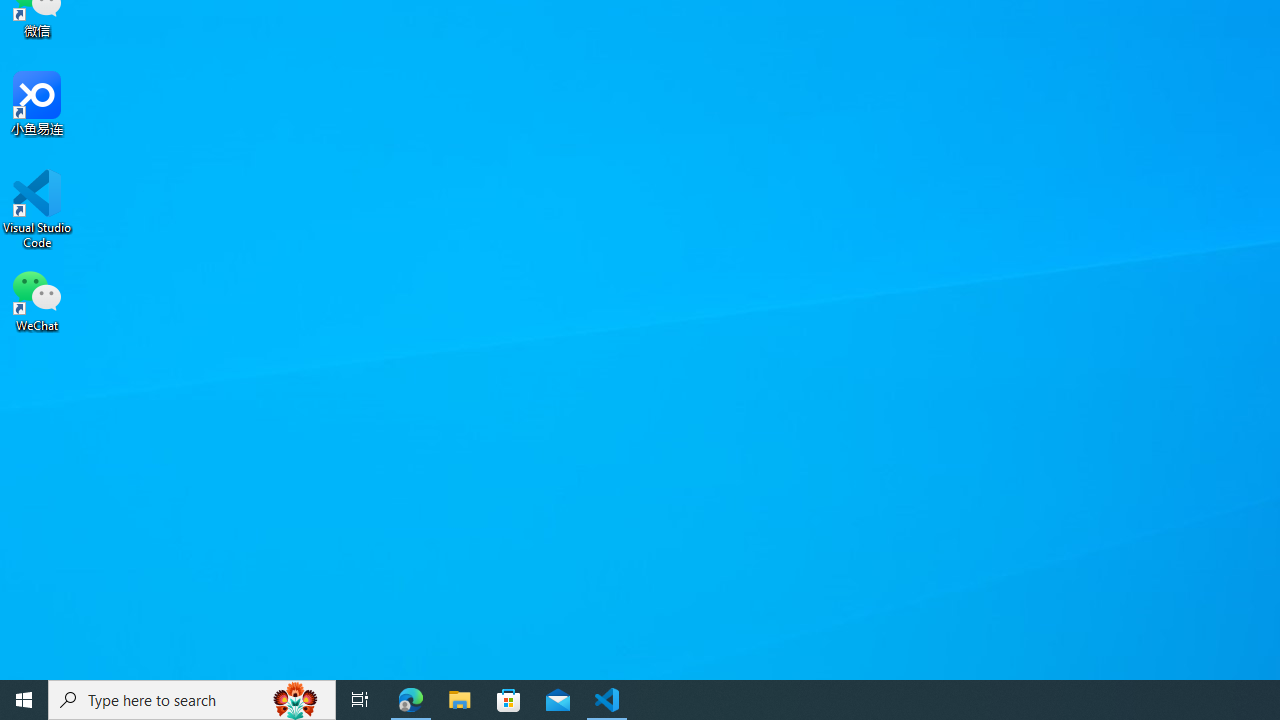 The height and width of the screenshot is (720, 1280). Describe the element at coordinates (294, 698) in the screenshot. I see `'Search highlights icon opens search home window'` at that location.